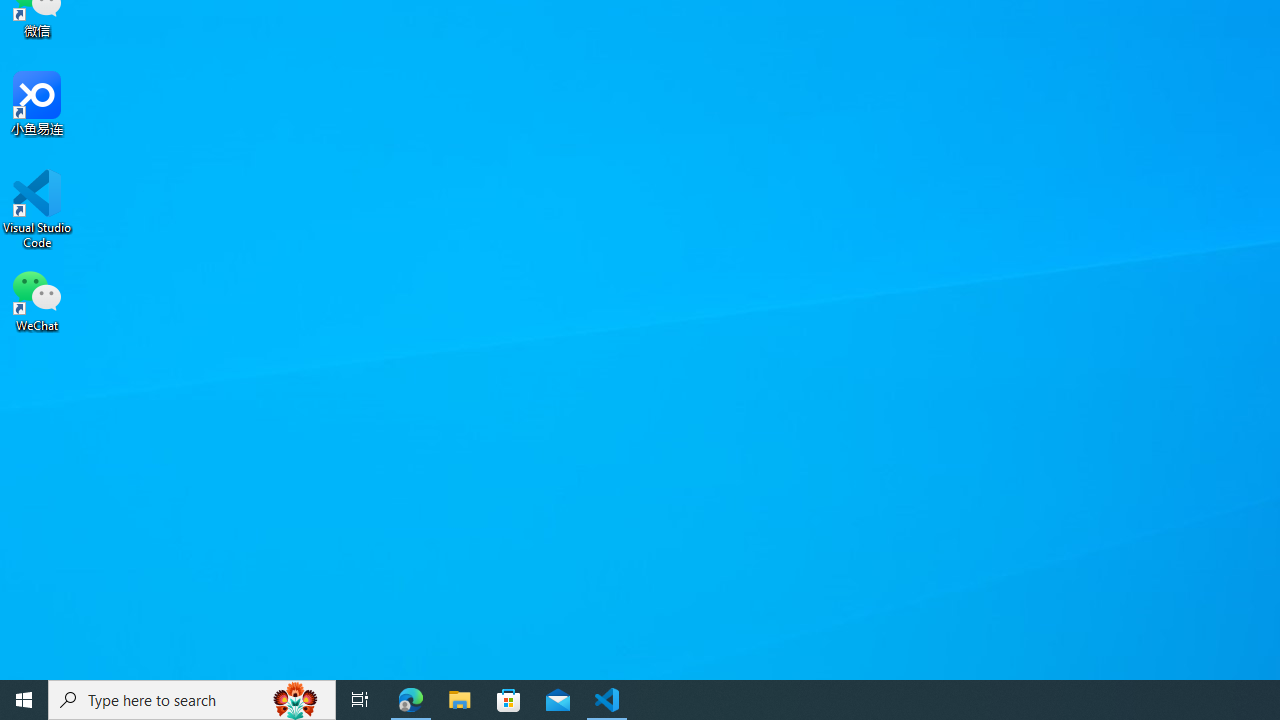 The height and width of the screenshot is (720, 1280). Describe the element at coordinates (294, 698) in the screenshot. I see `'Search highlights icon opens search home window'` at that location.